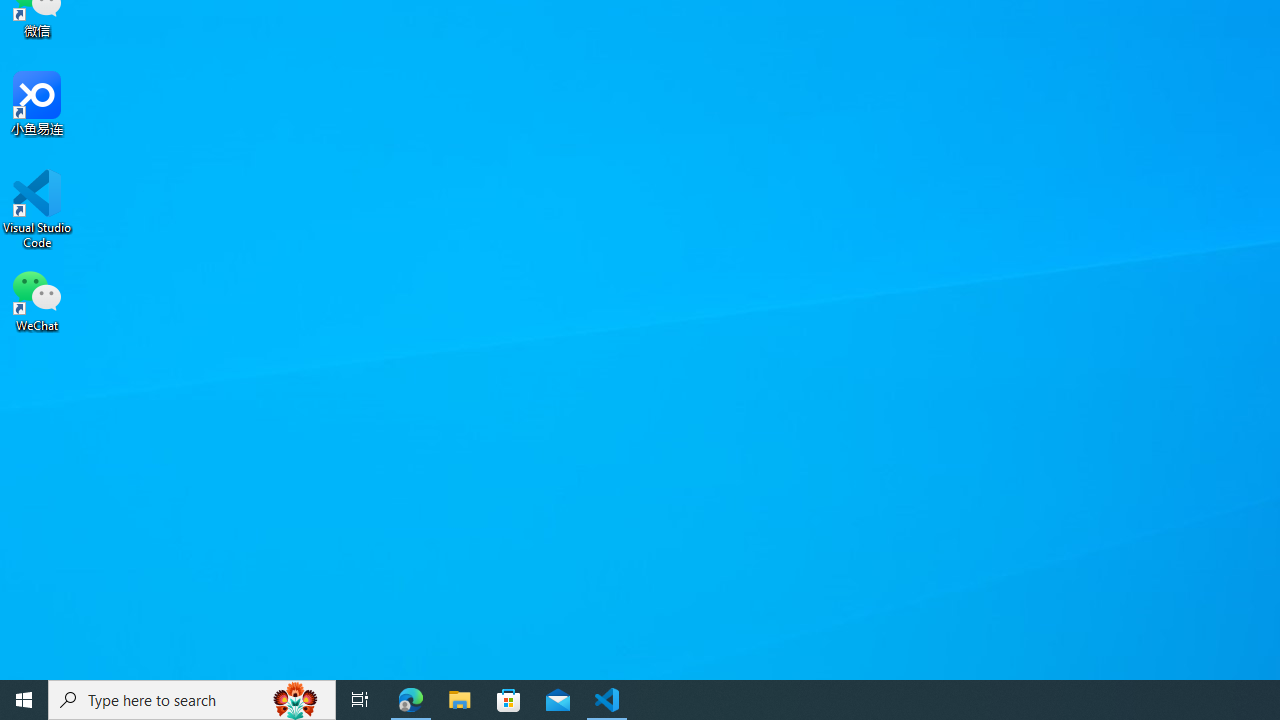 The height and width of the screenshot is (720, 1280). Describe the element at coordinates (294, 698) in the screenshot. I see `'Search highlights icon opens search home window'` at that location.